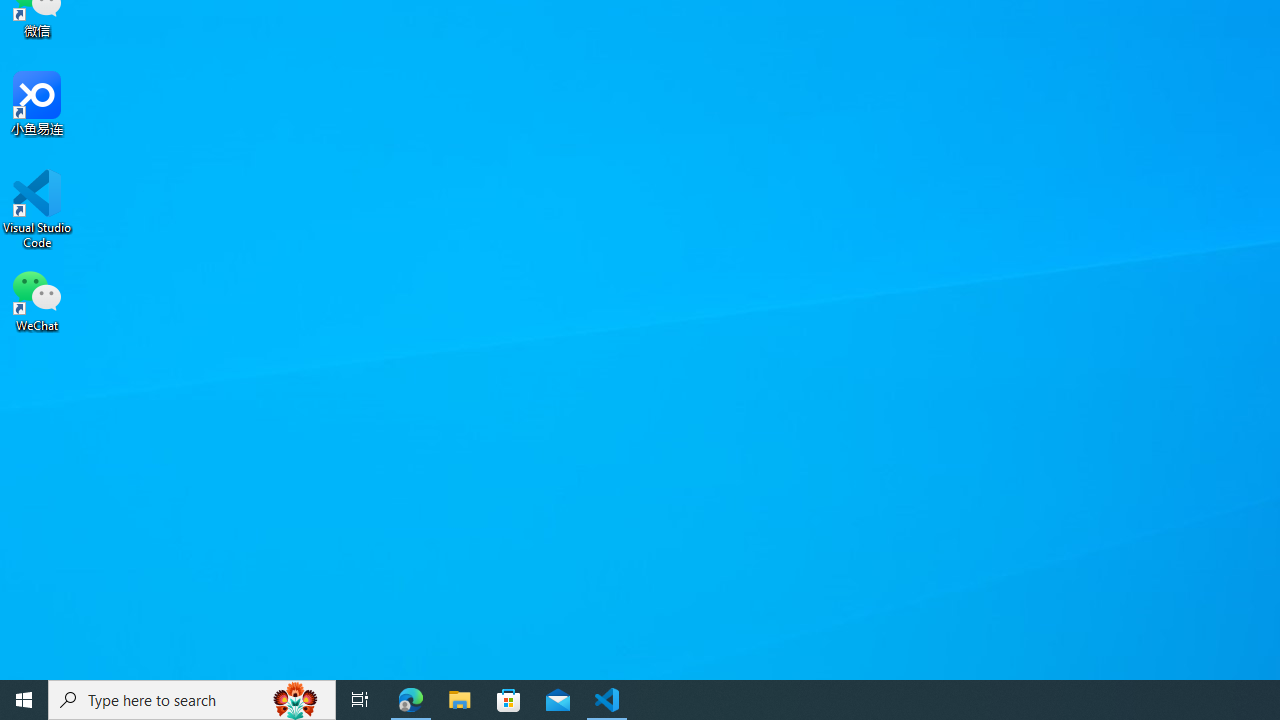 The height and width of the screenshot is (720, 1280). Describe the element at coordinates (294, 698) in the screenshot. I see `'Search highlights icon opens search home window'` at that location.